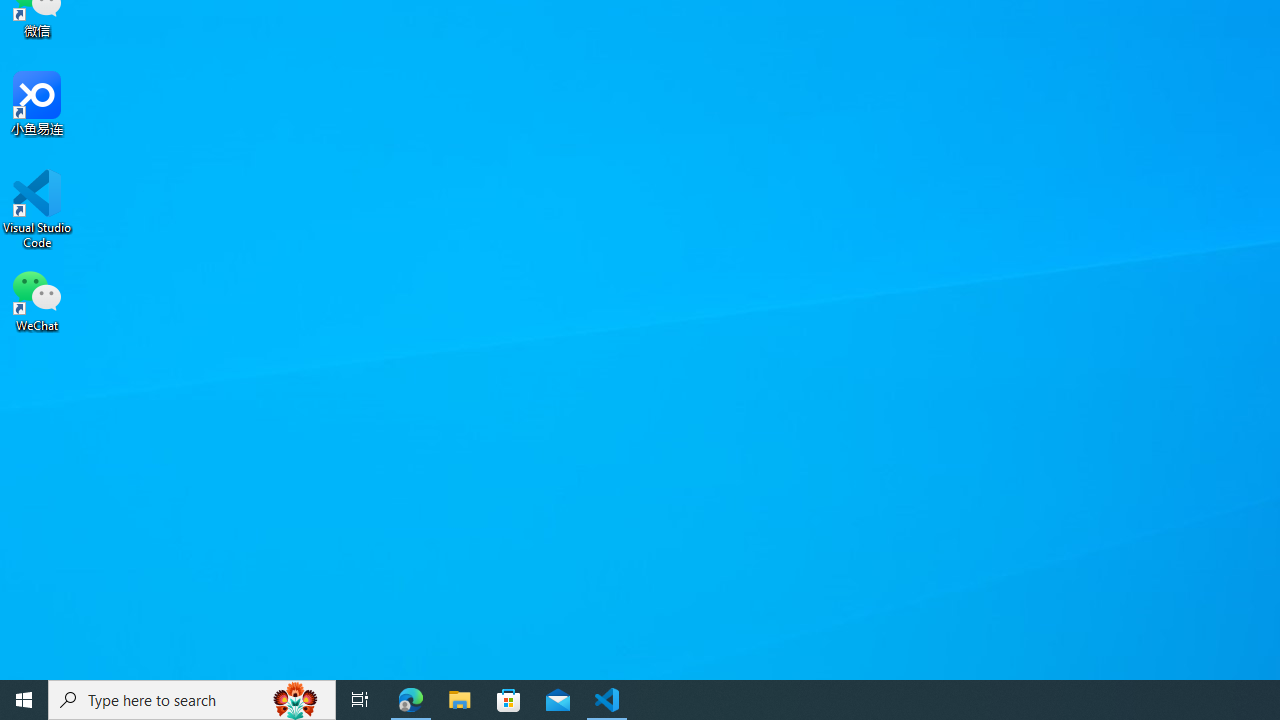 The height and width of the screenshot is (720, 1280). Describe the element at coordinates (294, 698) in the screenshot. I see `'Search highlights icon opens search home window'` at that location.